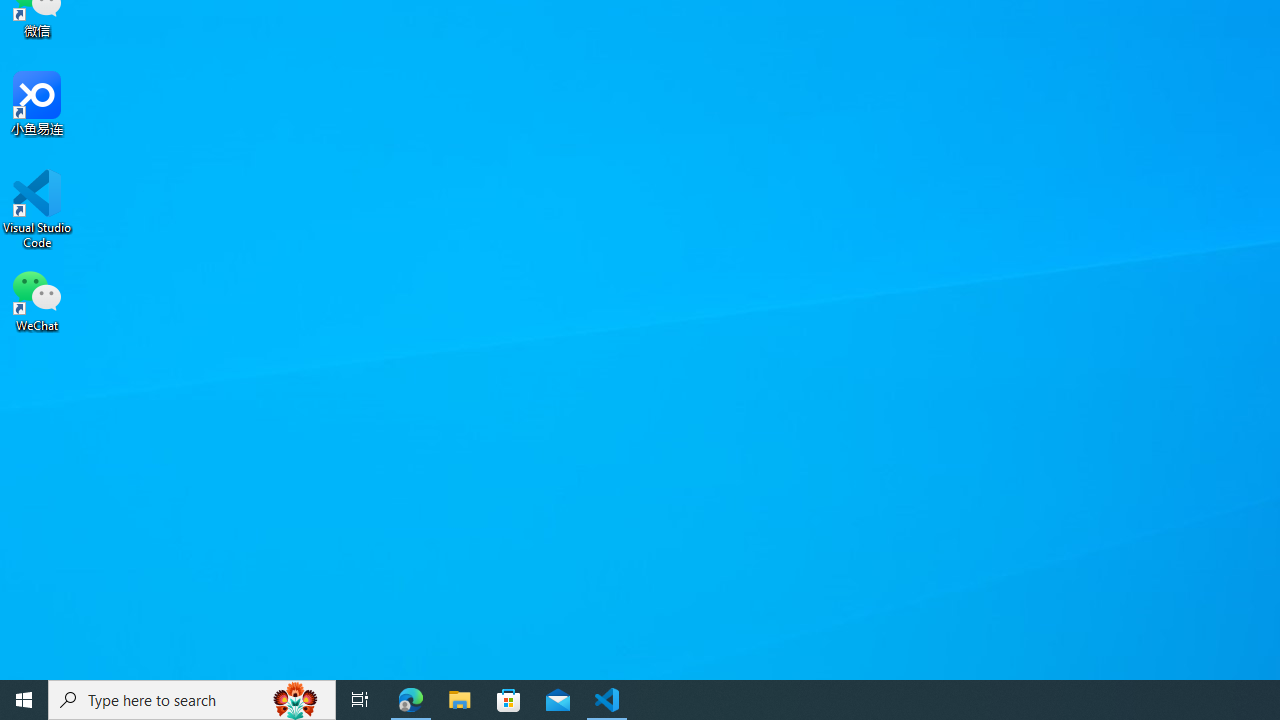 The height and width of the screenshot is (720, 1280). Describe the element at coordinates (294, 698) in the screenshot. I see `'Search highlights icon opens search home window'` at that location.